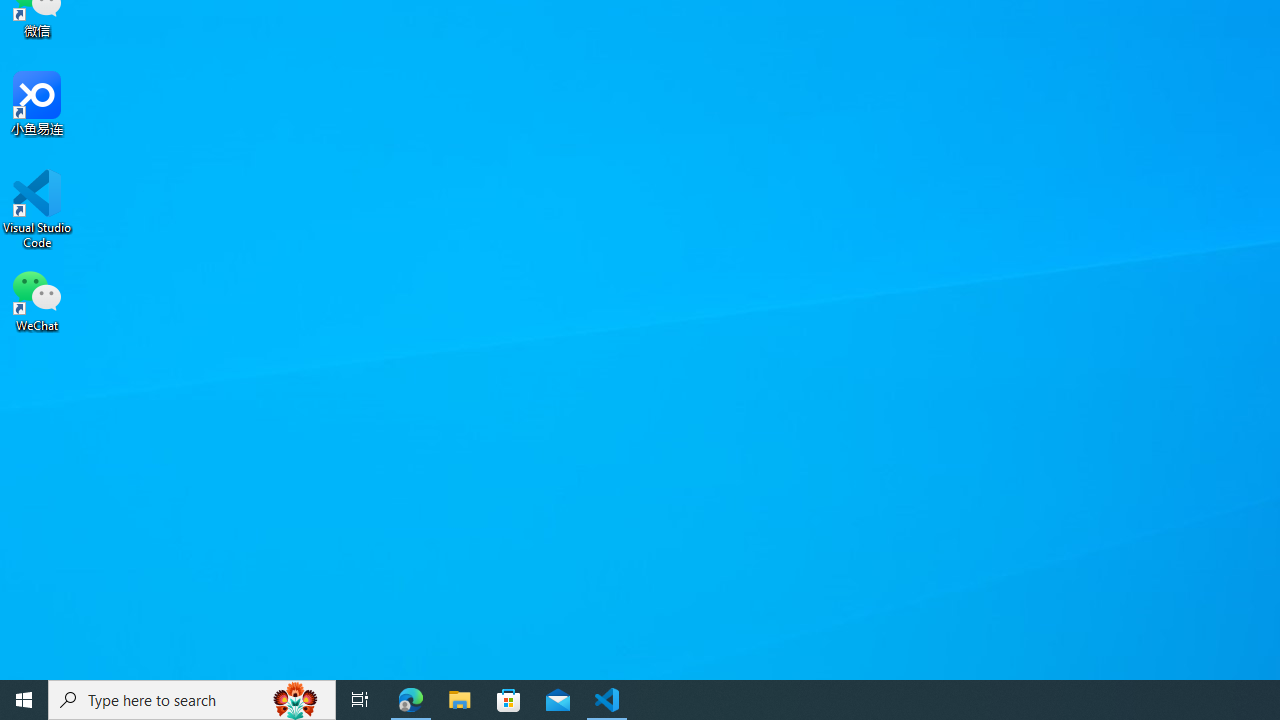 The height and width of the screenshot is (720, 1280). Describe the element at coordinates (294, 698) in the screenshot. I see `'Search highlights icon opens search home window'` at that location.